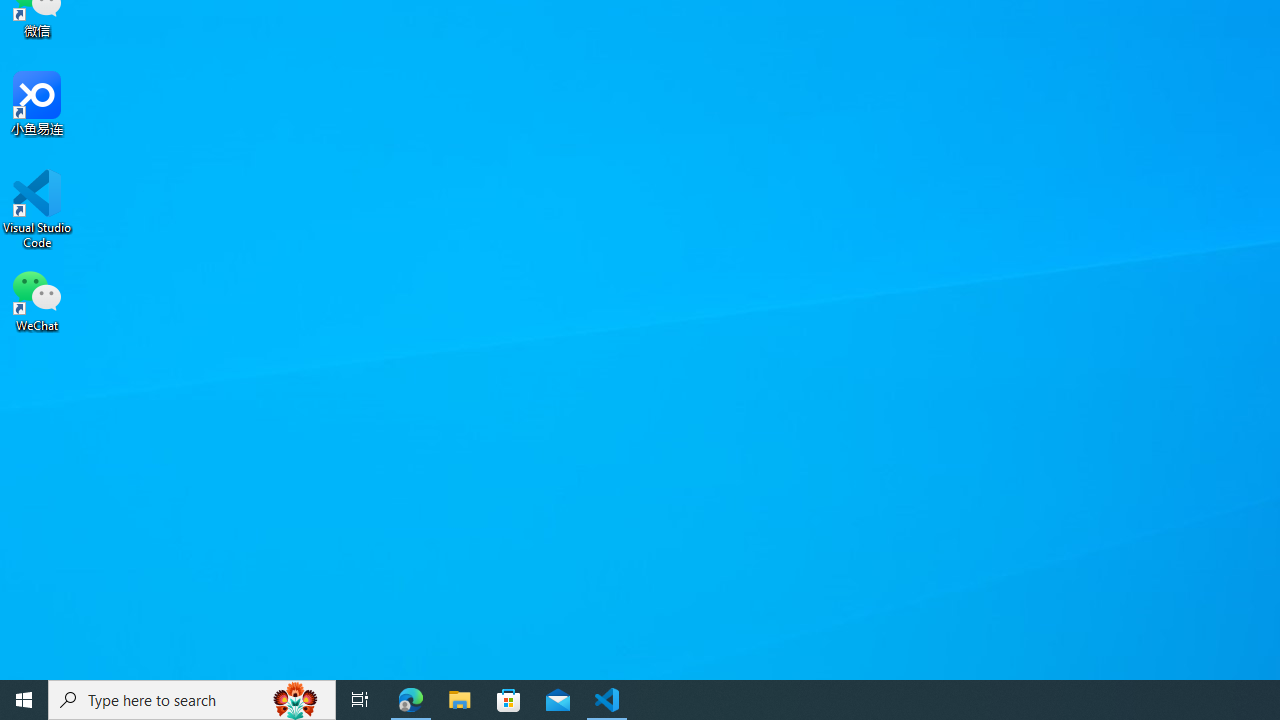 The height and width of the screenshot is (720, 1280). Describe the element at coordinates (294, 698) in the screenshot. I see `'Search highlights icon opens search home window'` at that location.